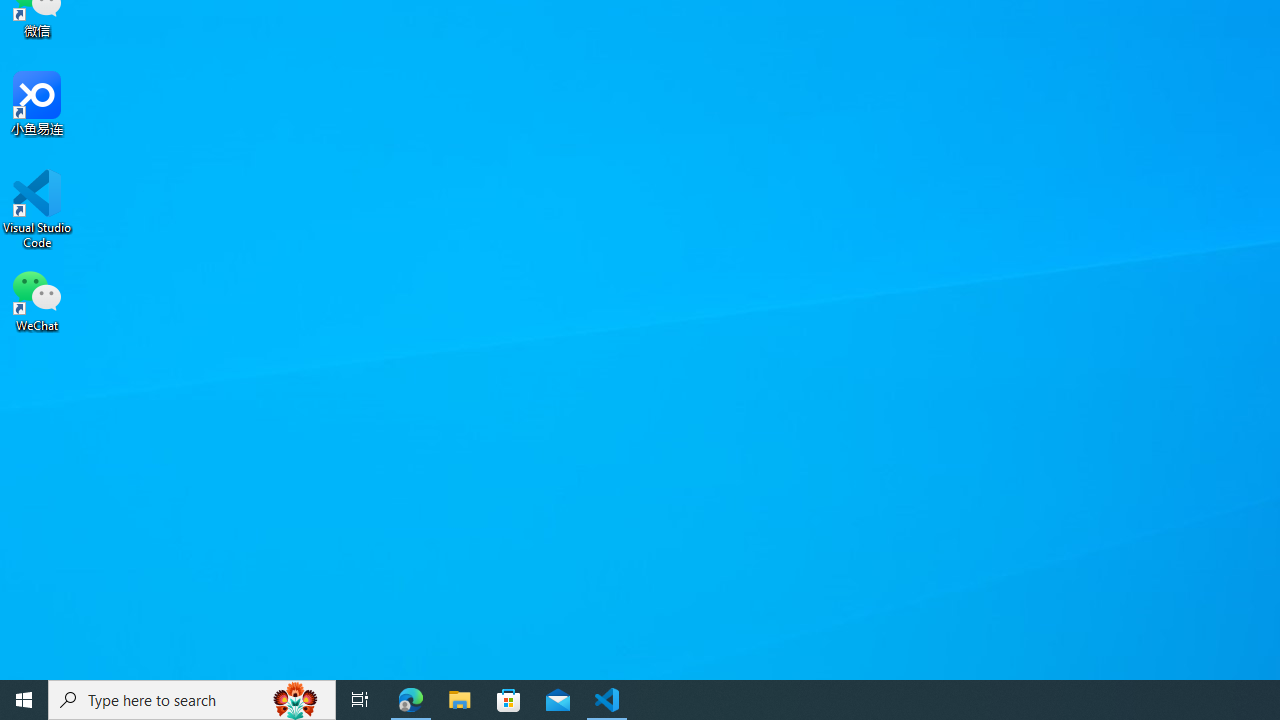 The height and width of the screenshot is (720, 1280). Describe the element at coordinates (294, 698) in the screenshot. I see `'Search highlights icon opens search home window'` at that location.